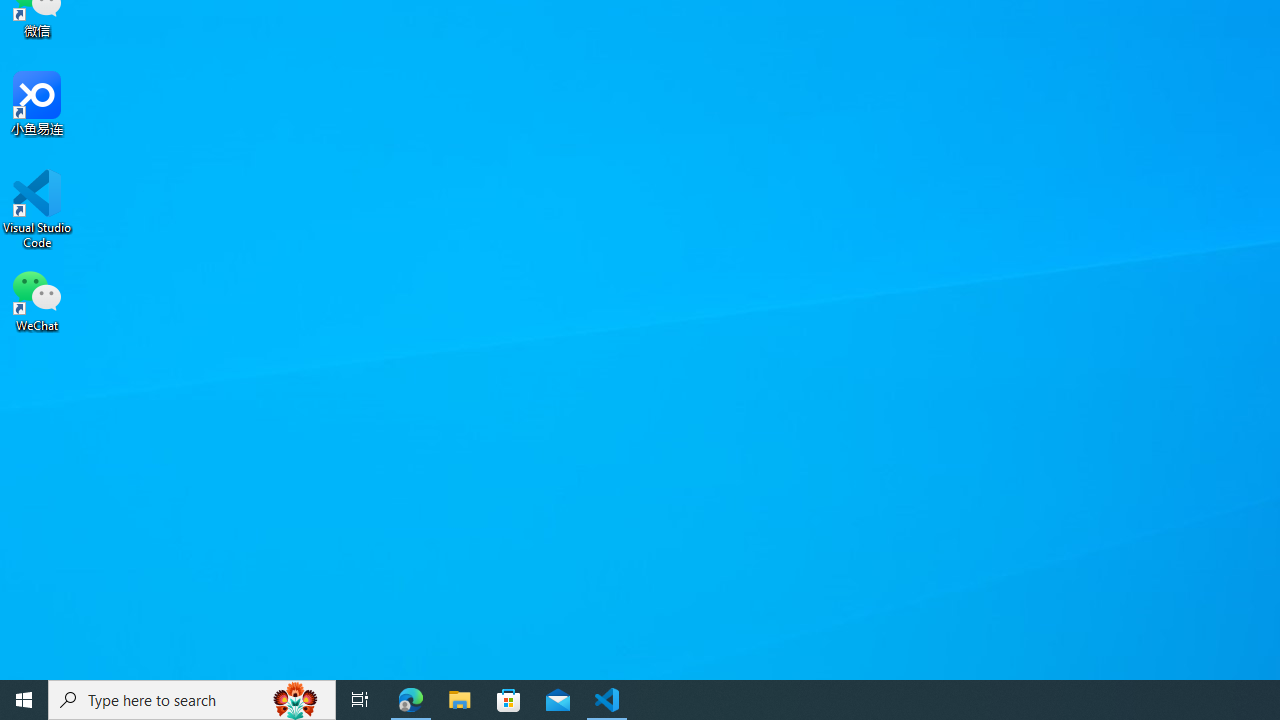 The height and width of the screenshot is (720, 1280). Describe the element at coordinates (294, 698) in the screenshot. I see `'Search highlights icon opens search home window'` at that location.